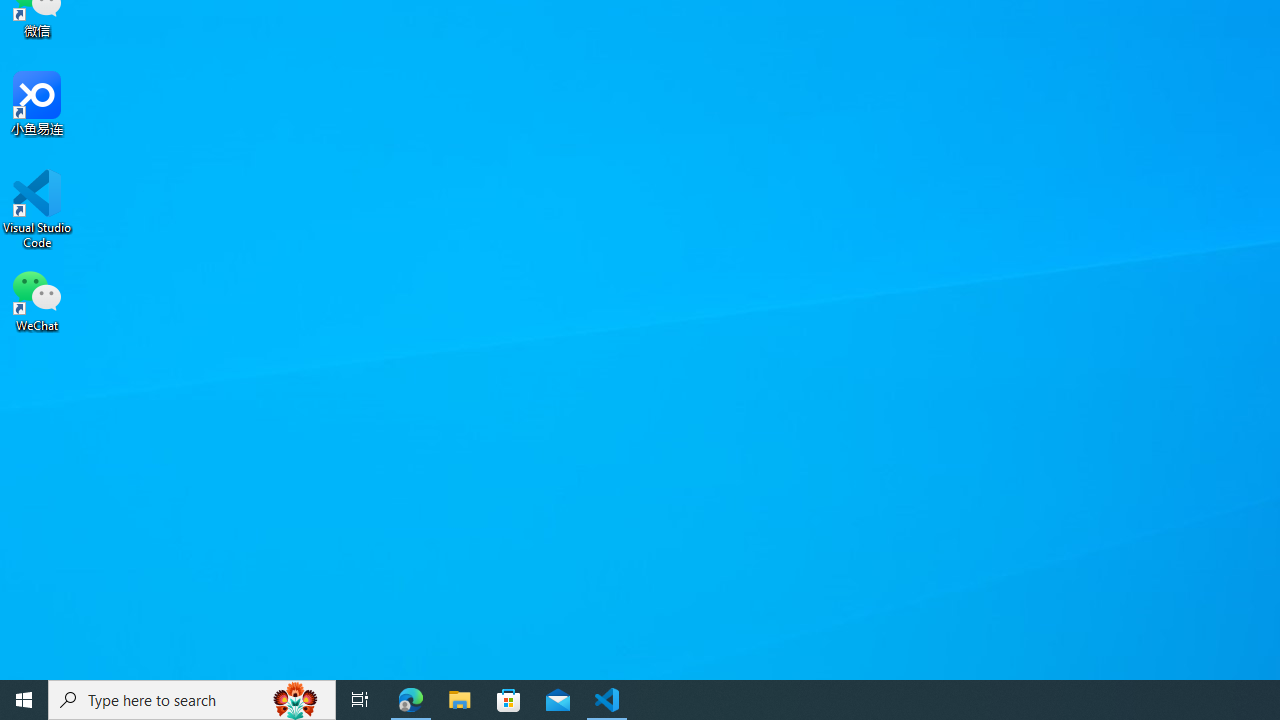 The height and width of the screenshot is (720, 1280). Describe the element at coordinates (294, 698) in the screenshot. I see `'Search highlights icon opens search home window'` at that location.